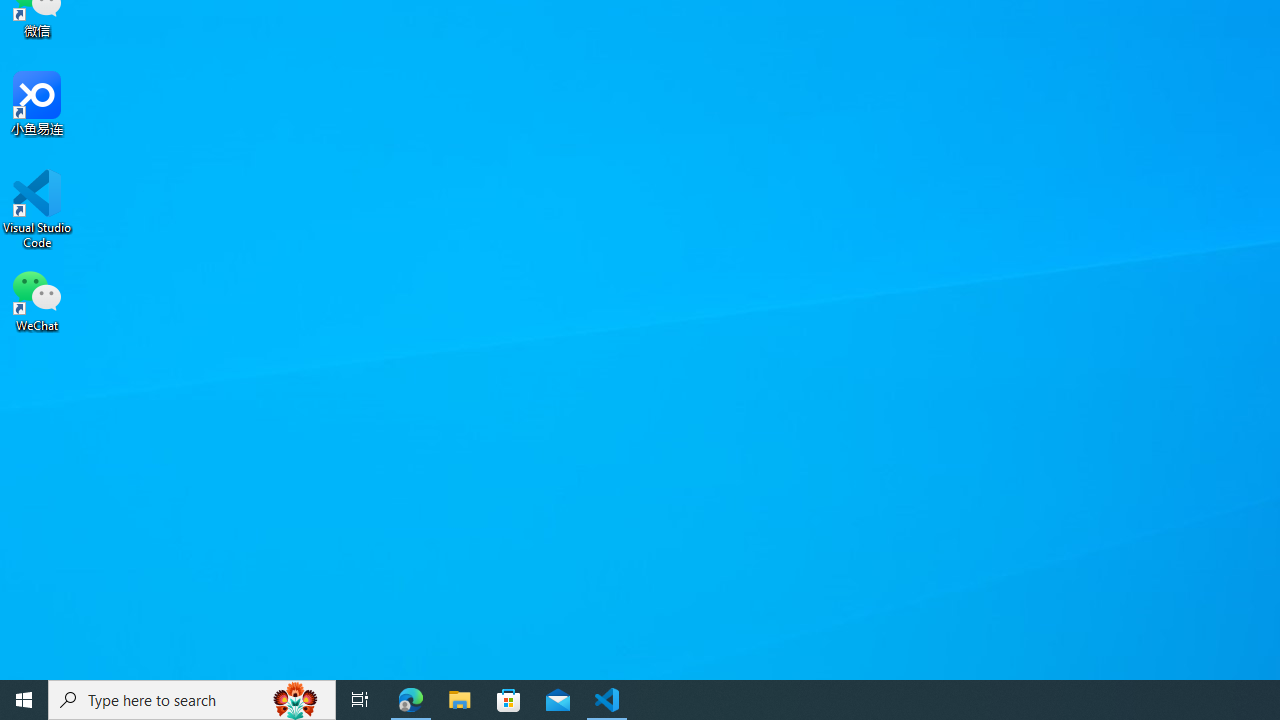 The height and width of the screenshot is (720, 1280). Describe the element at coordinates (294, 698) in the screenshot. I see `'Search highlights icon opens search home window'` at that location.